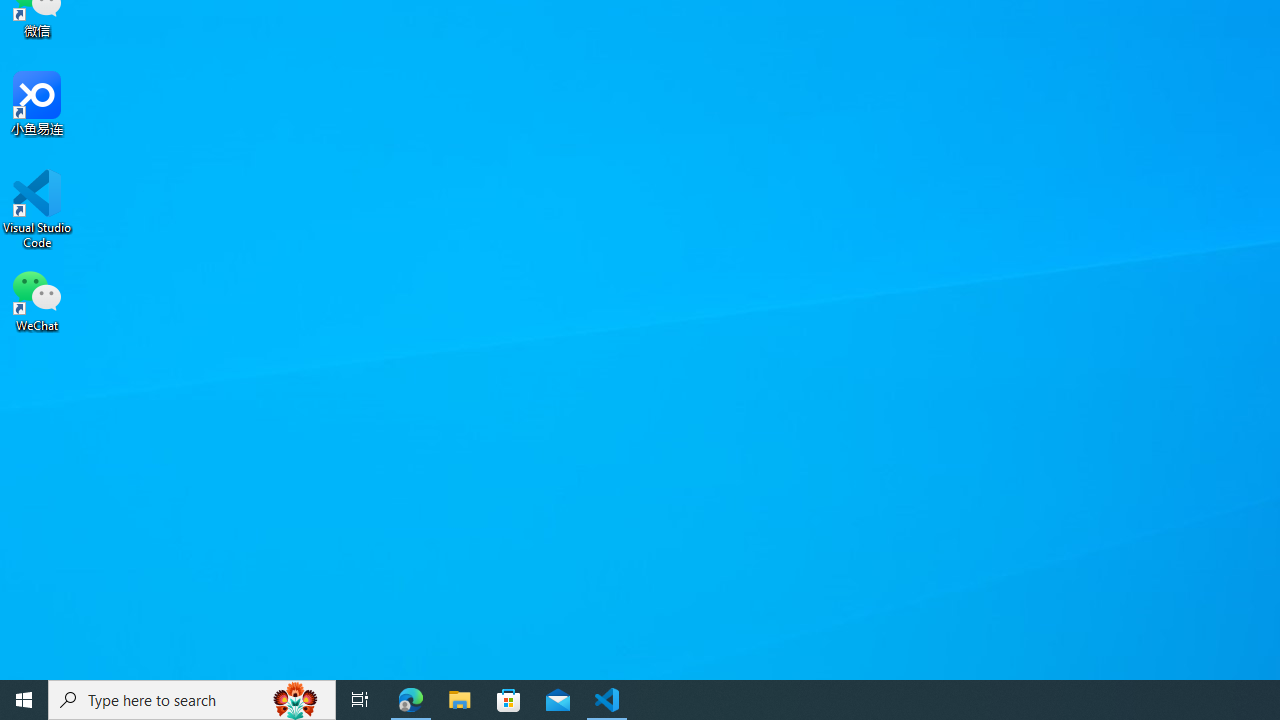 The height and width of the screenshot is (720, 1280). Describe the element at coordinates (294, 698) in the screenshot. I see `'Search highlights icon opens search home window'` at that location.